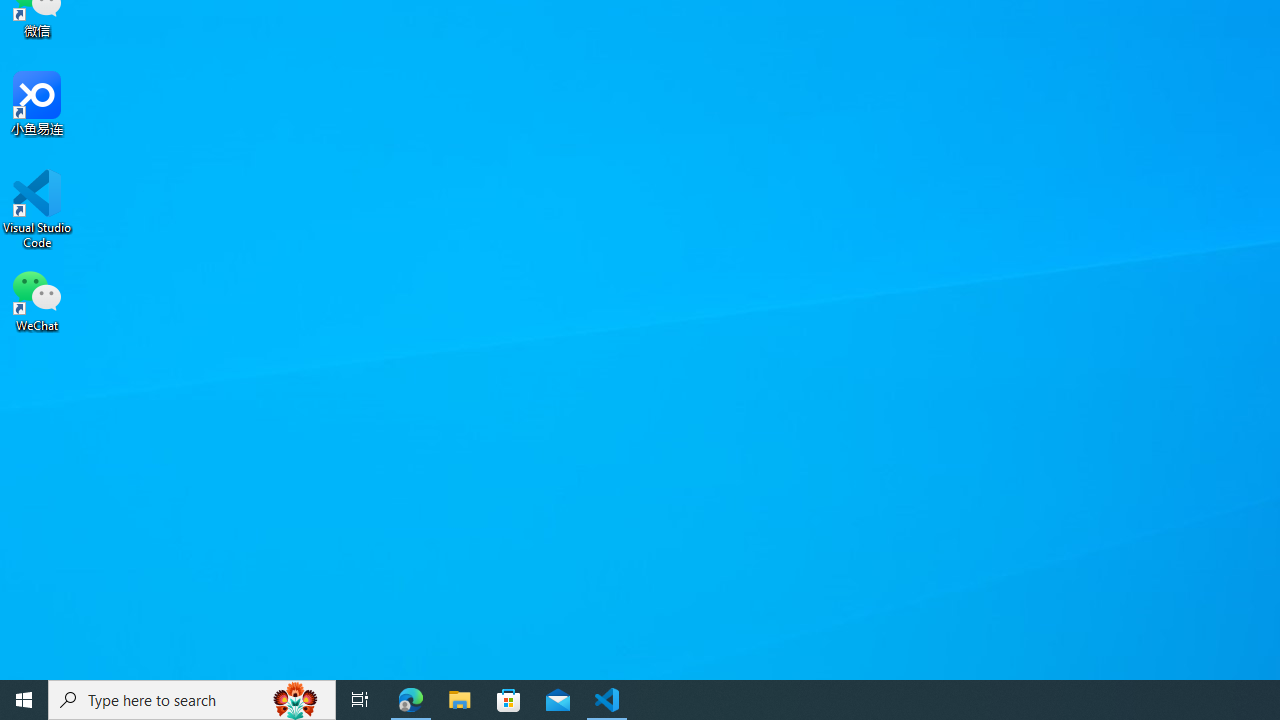 The height and width of the screenshot is (720, 1280). Describe the element at coordinates (294, 698) in the screenshot. I see `'Search highlights icon opens search home window'` at that location.